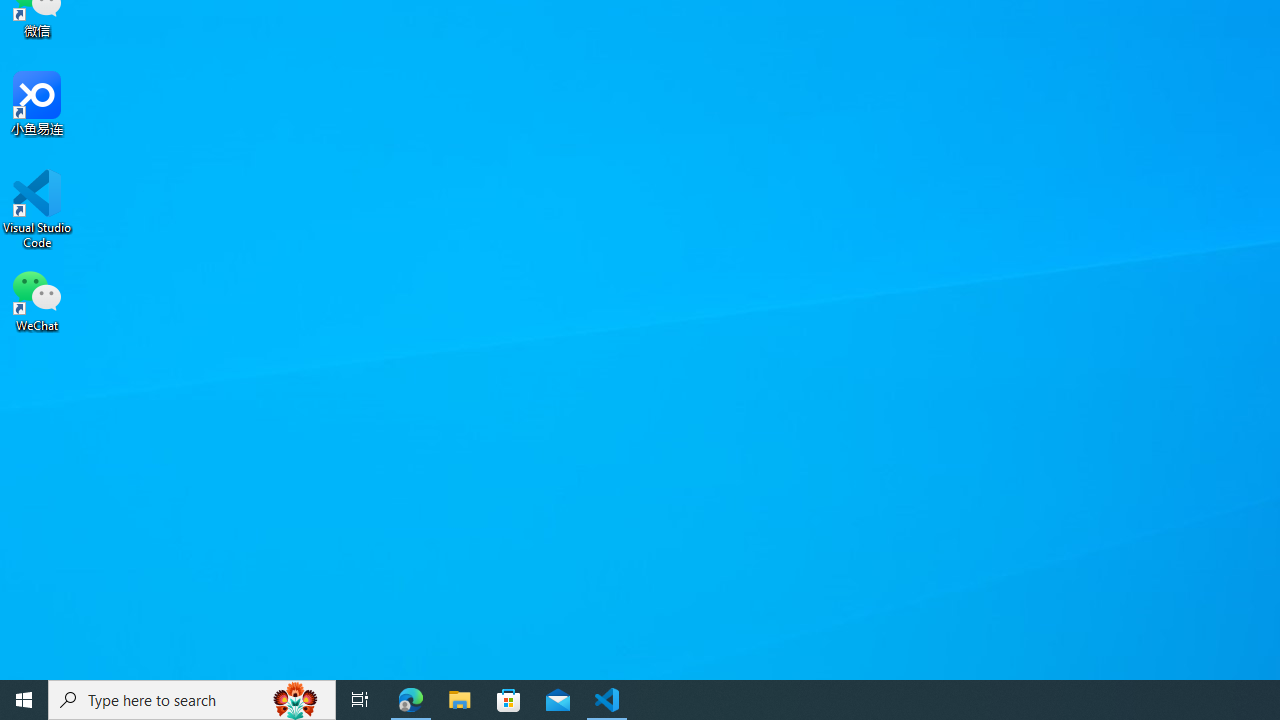 The height and width of the screenshot is (720, 1280). Describe the element at coordinates (294, 698) in the screenshot. I see `'Search highlights icon opens search home window'` at that location.